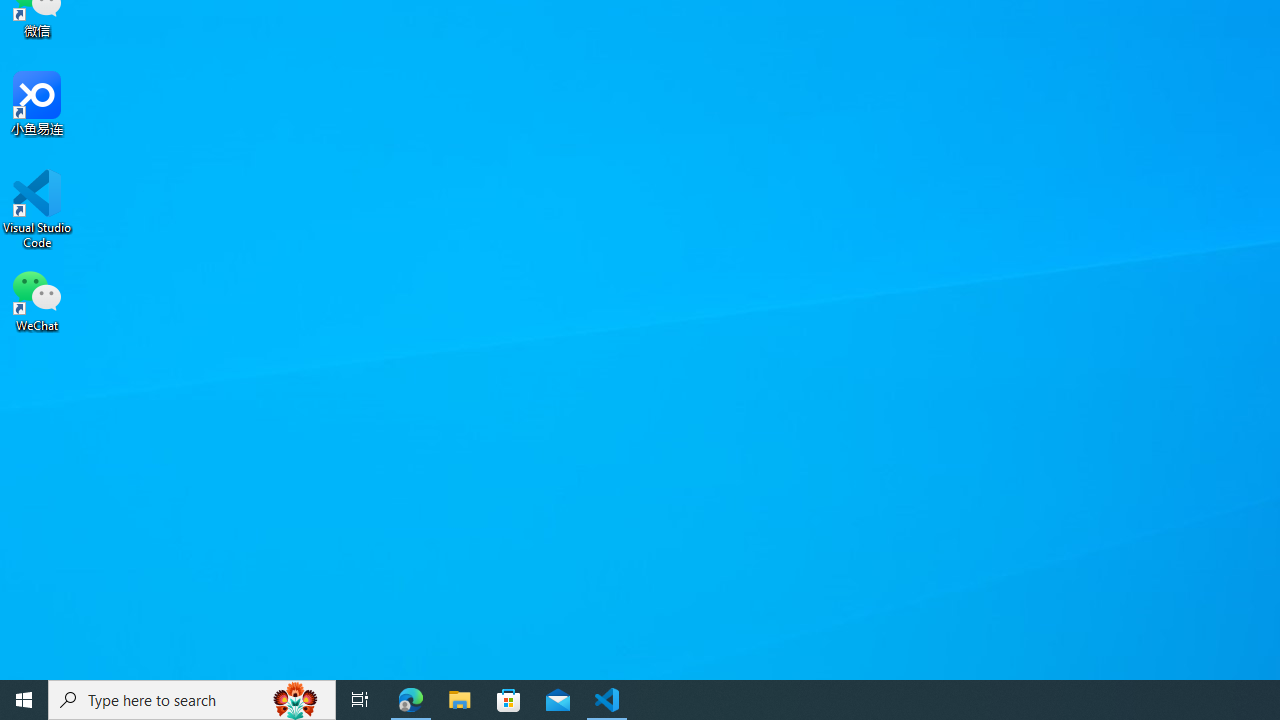 The height and width of the screenshot is (720, 1280). Describe the element at coordinates (294, 698) in the screenshot. I see `'Search highlights icon opens search home window'` at that location.